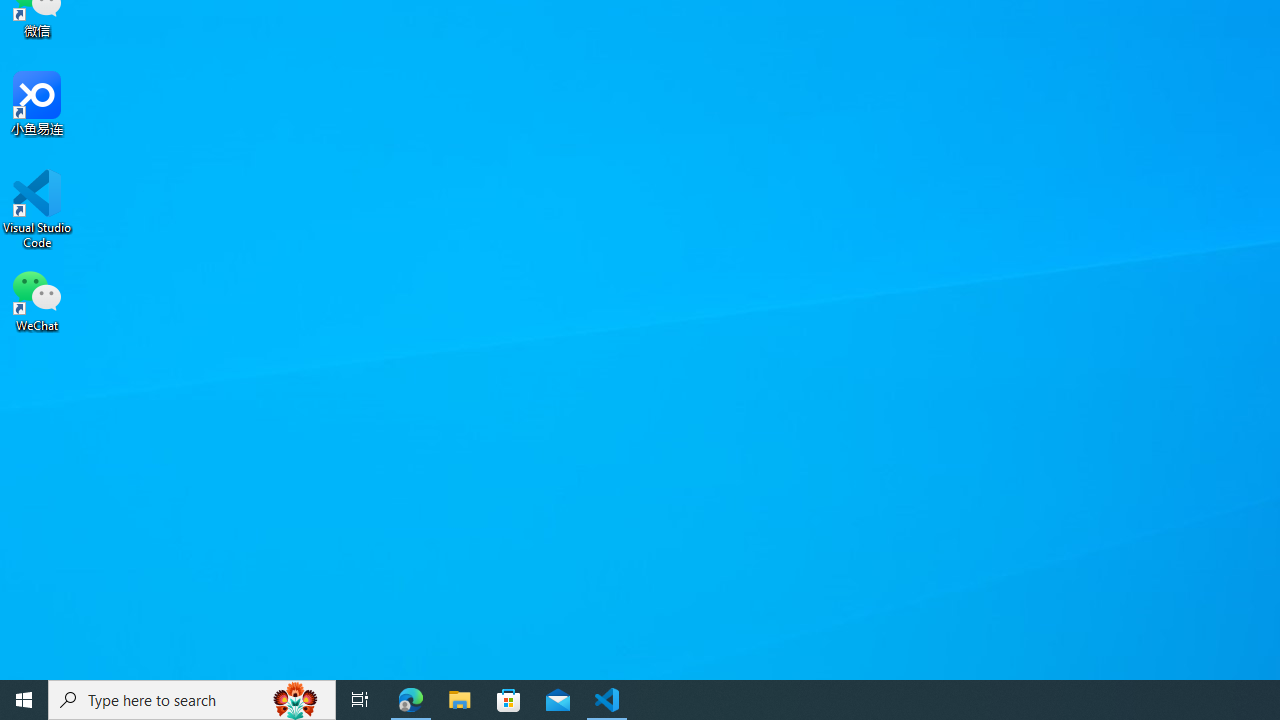 The height and width of the screenshot is (720, 1280). Describe the element at coordinates (294, 698) in the screenshot. I see `'Search highlights icon opens search home window'` at that location.